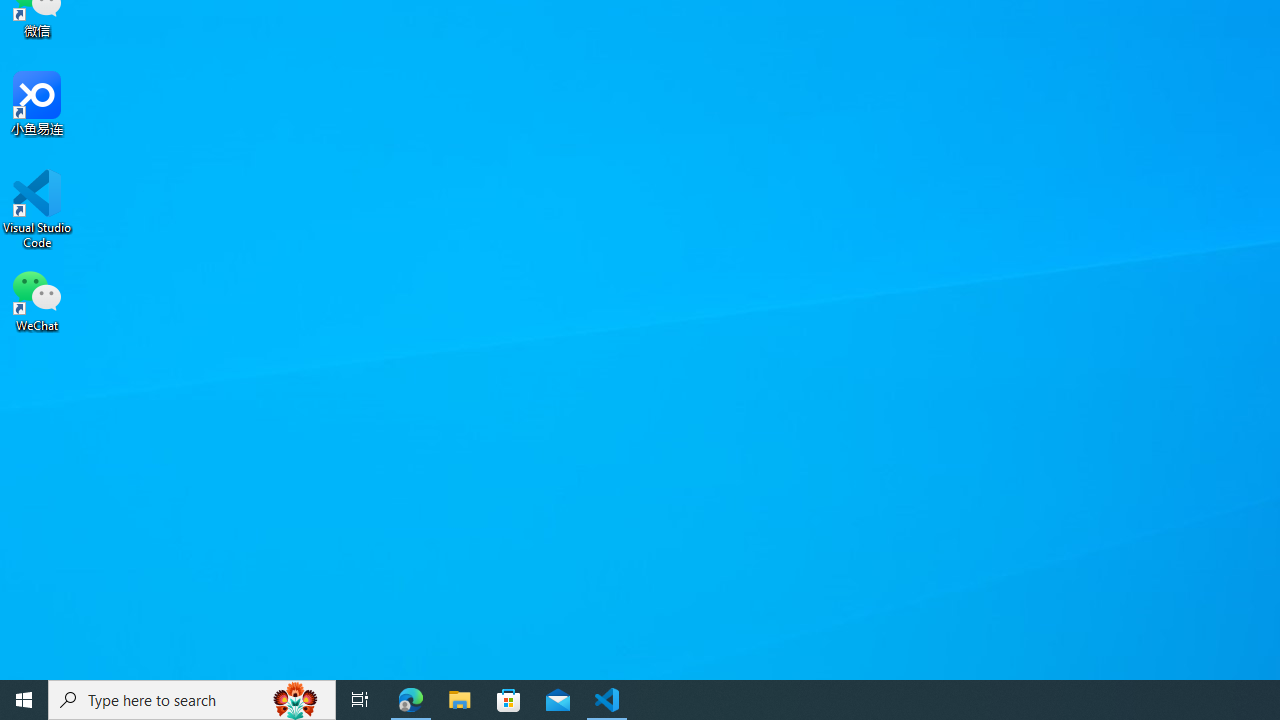 The height and width of the screenshot is (720, 1280). Describe the element at coordinates (294, 698) in the screenshot. I see `'Search highlights icon opens search home window'` at that location.